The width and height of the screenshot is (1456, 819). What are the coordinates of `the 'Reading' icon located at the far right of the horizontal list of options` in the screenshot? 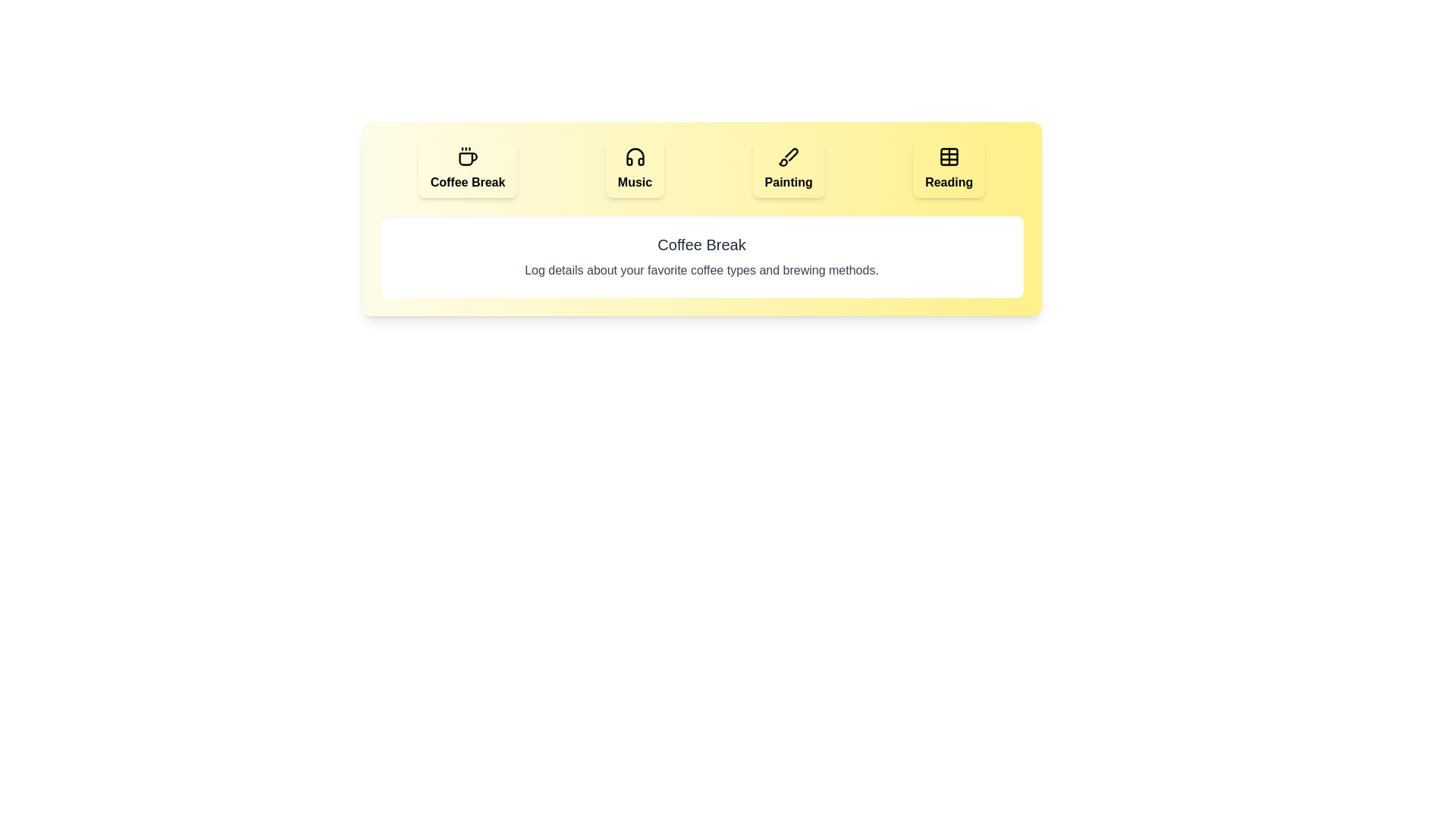 It's located at (948, 157).